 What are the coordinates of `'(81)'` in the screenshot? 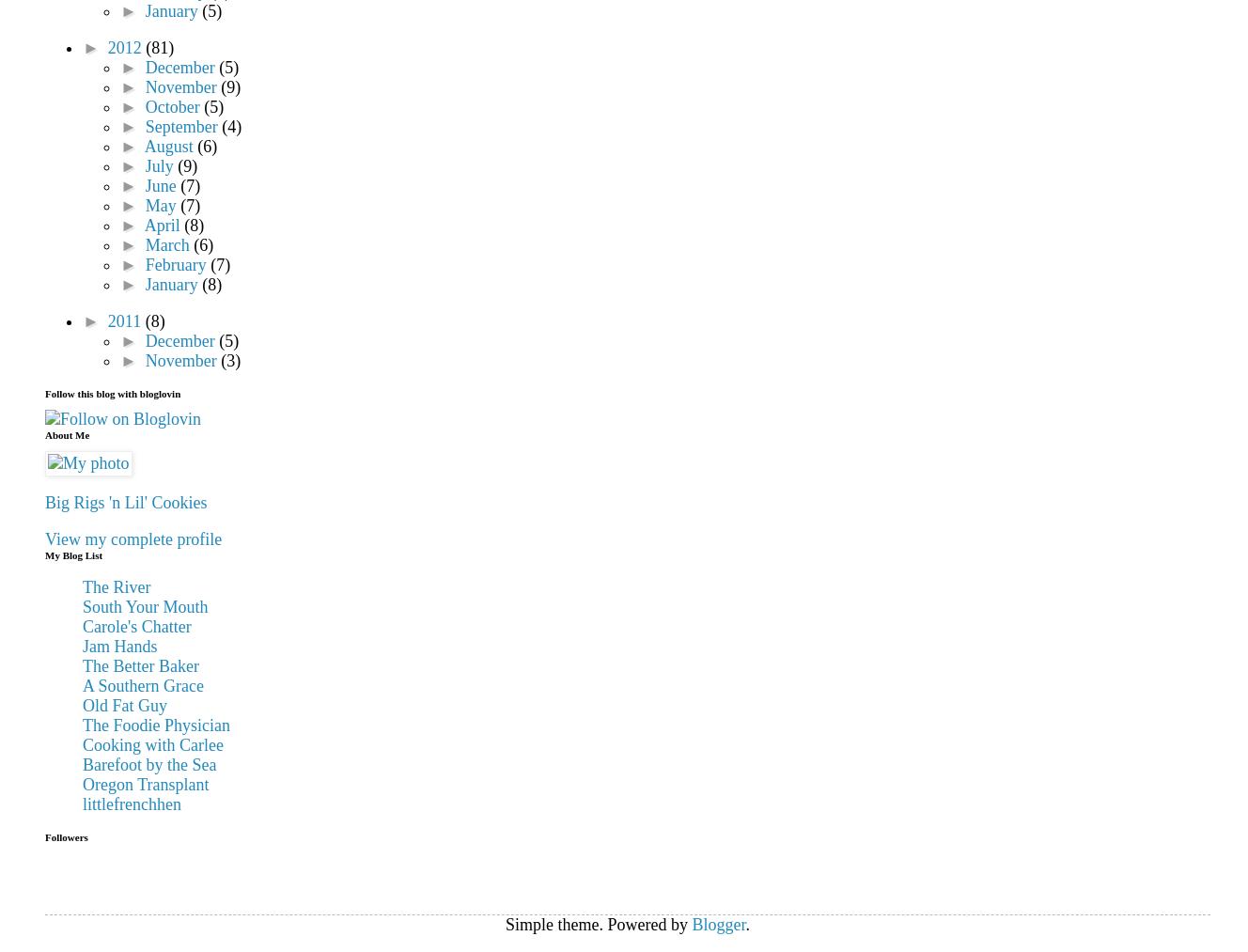 It's located at (159, 46).